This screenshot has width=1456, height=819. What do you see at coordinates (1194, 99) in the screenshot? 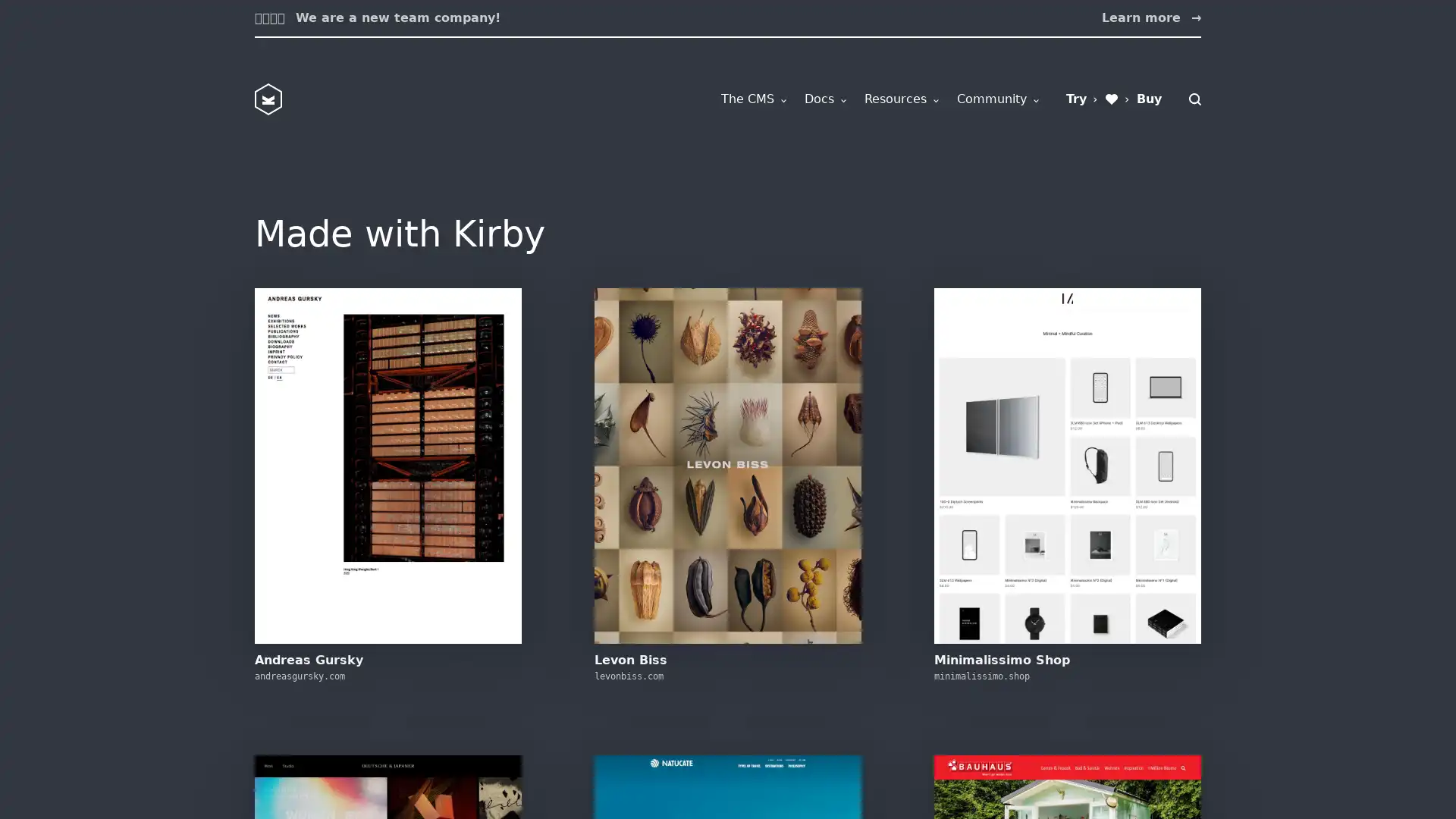
I see `Search` at bounding box center [1194, 99].